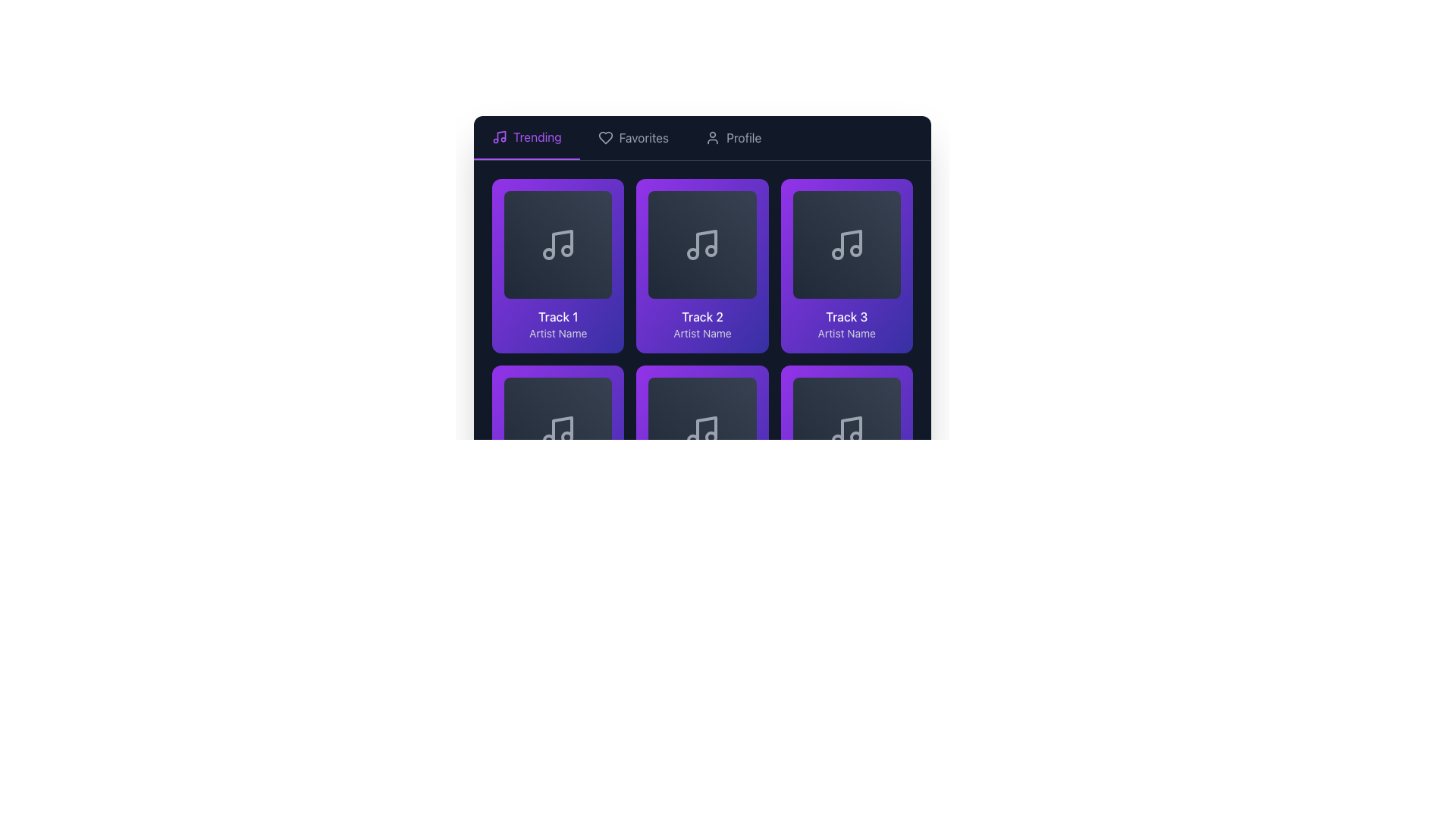 The height and width of the screenshot is (819, 1456). Describe the element at coordinates (557, 431) in the screenshot. I see `the musical note icon located in the second row and first column of the grid layout to interact with its associated functionality` at that location.